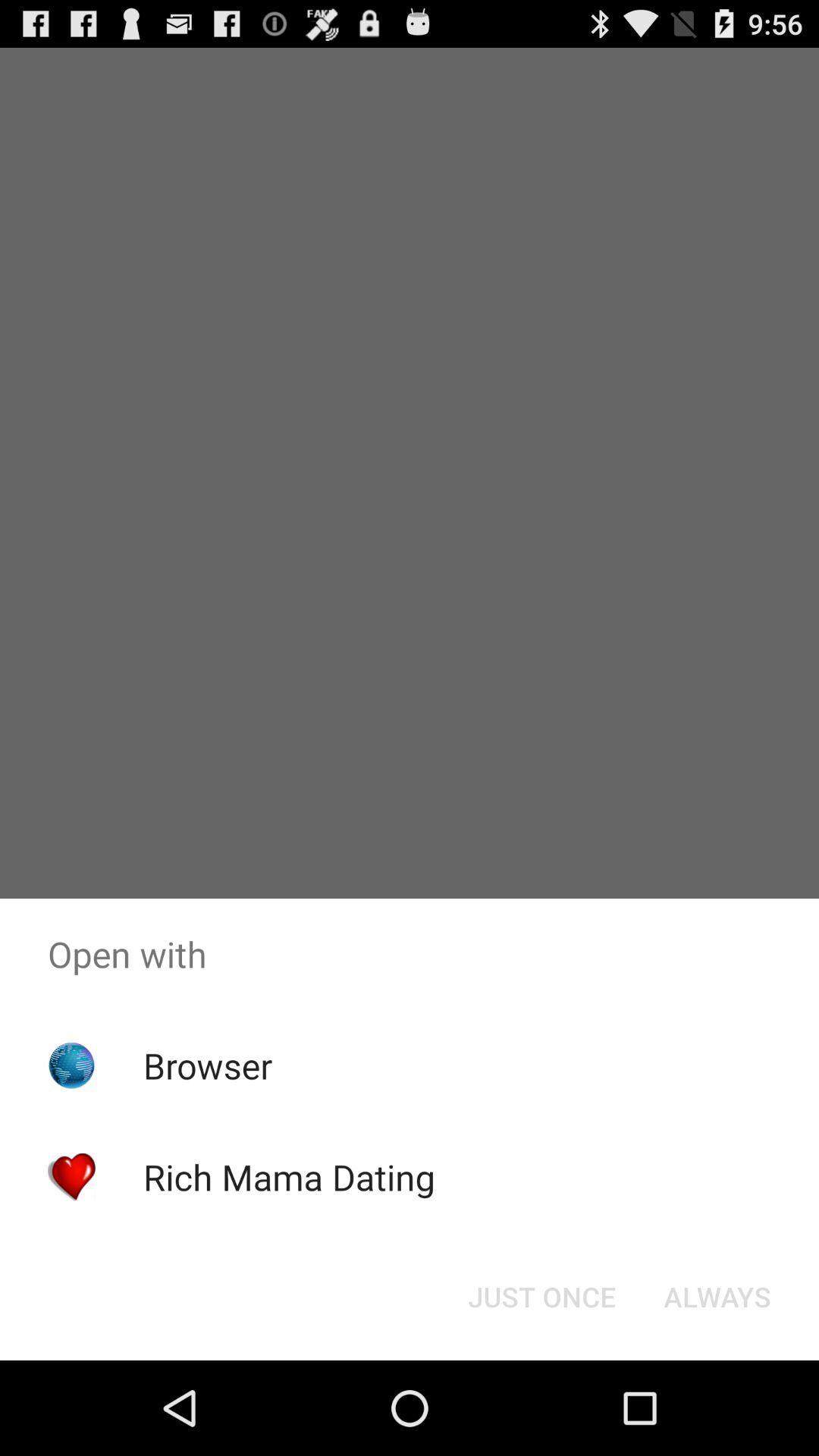 This screenshot has width=819, height=1456. What do you see at coordinates (717, 1295) in the screenshot?
I see `icon below open with item` at bounding box center [717, 1295].